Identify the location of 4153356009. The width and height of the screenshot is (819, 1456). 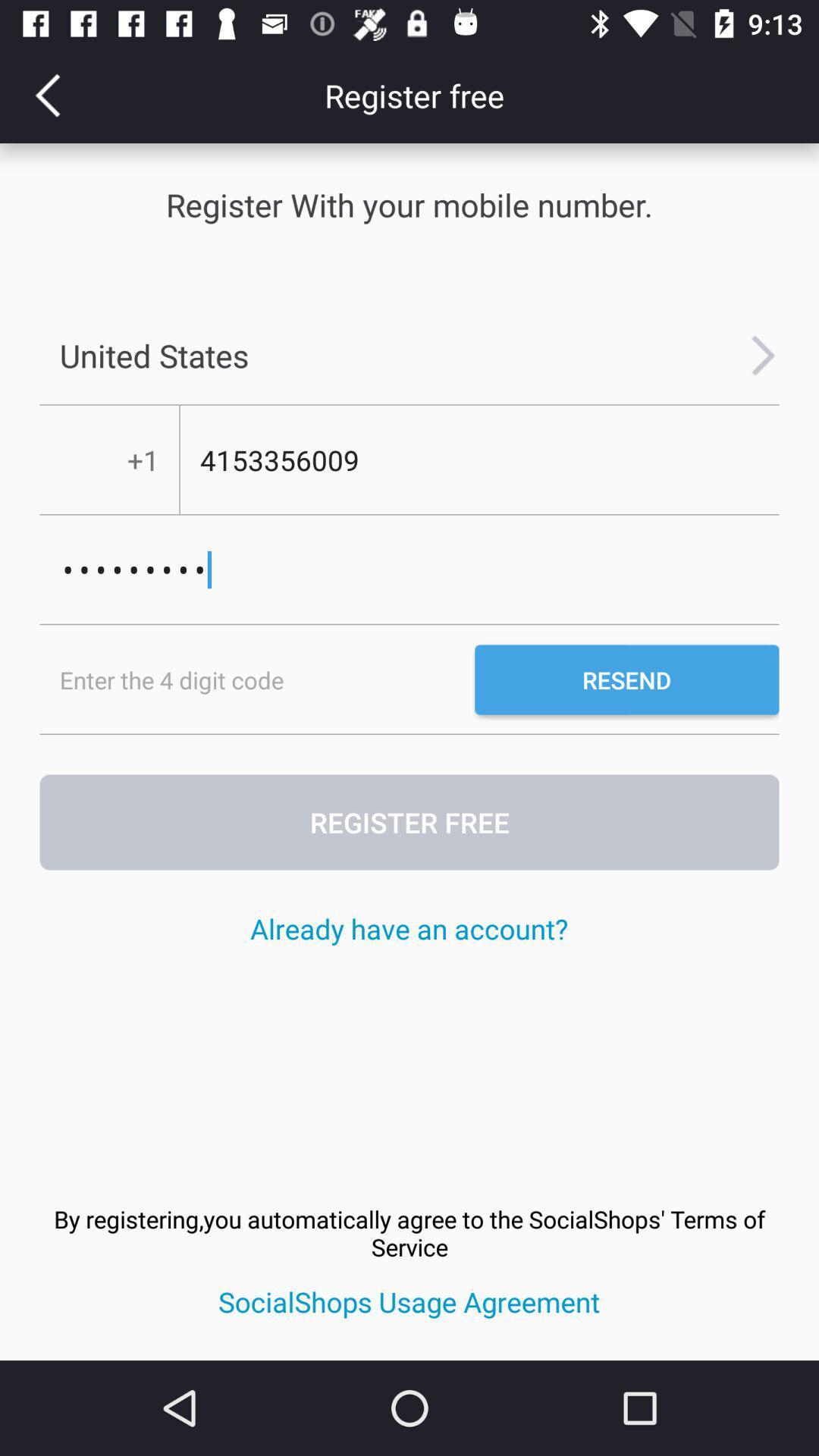
(479, 460).